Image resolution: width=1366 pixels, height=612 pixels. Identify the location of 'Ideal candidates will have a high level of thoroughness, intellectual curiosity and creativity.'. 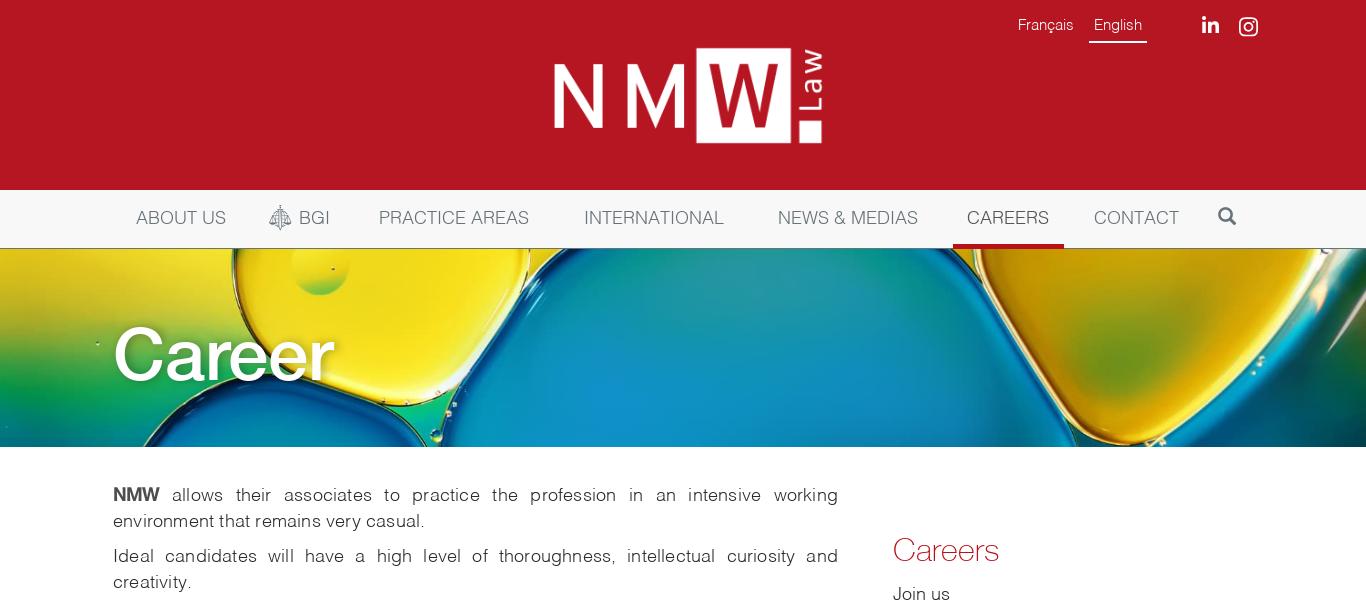
(475, 569).